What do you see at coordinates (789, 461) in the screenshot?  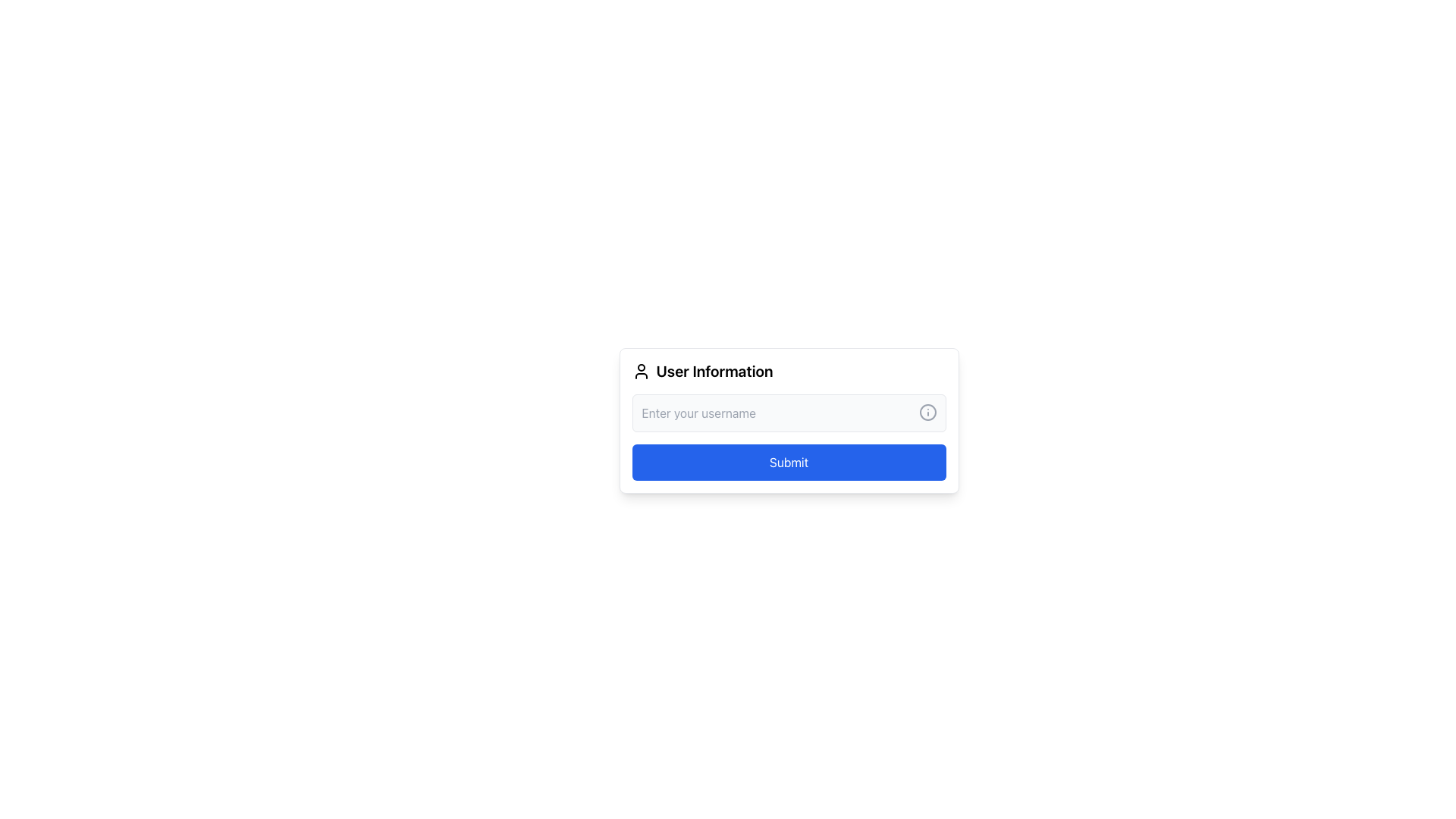 I see `the submit button located at the bottom of the 'User Information' form` at bounding box center [789, 461].